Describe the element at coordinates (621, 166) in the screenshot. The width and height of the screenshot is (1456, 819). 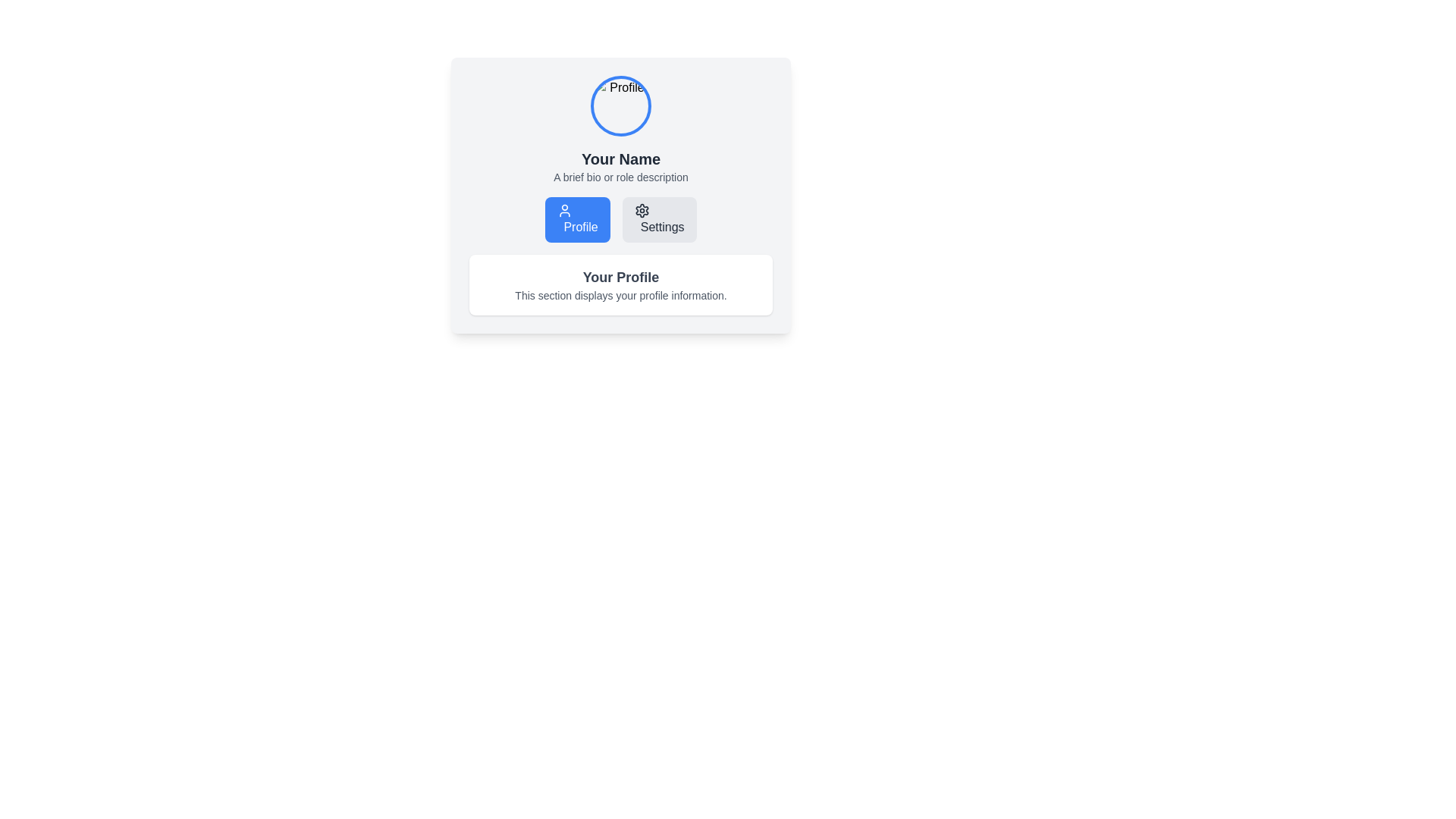
I see `the Text display component that shows the user's name and bio, located centrally below the profile image` at that location.